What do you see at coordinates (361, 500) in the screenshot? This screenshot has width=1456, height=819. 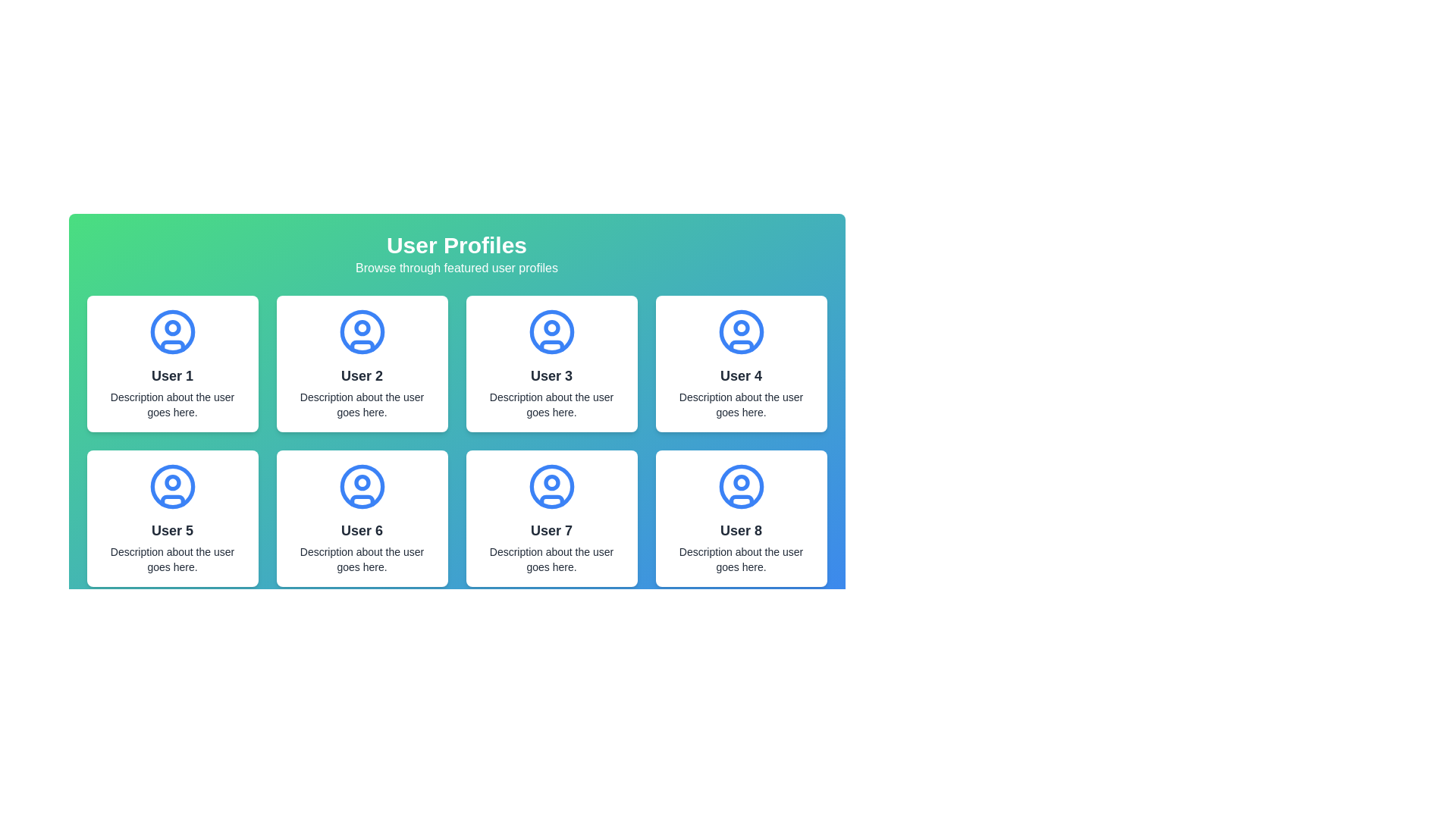 I see `the semicircular arc shape at the bottom part of the user icon for 'User 6', which is styled with a blue stroke` at bounding box center [361, 500].